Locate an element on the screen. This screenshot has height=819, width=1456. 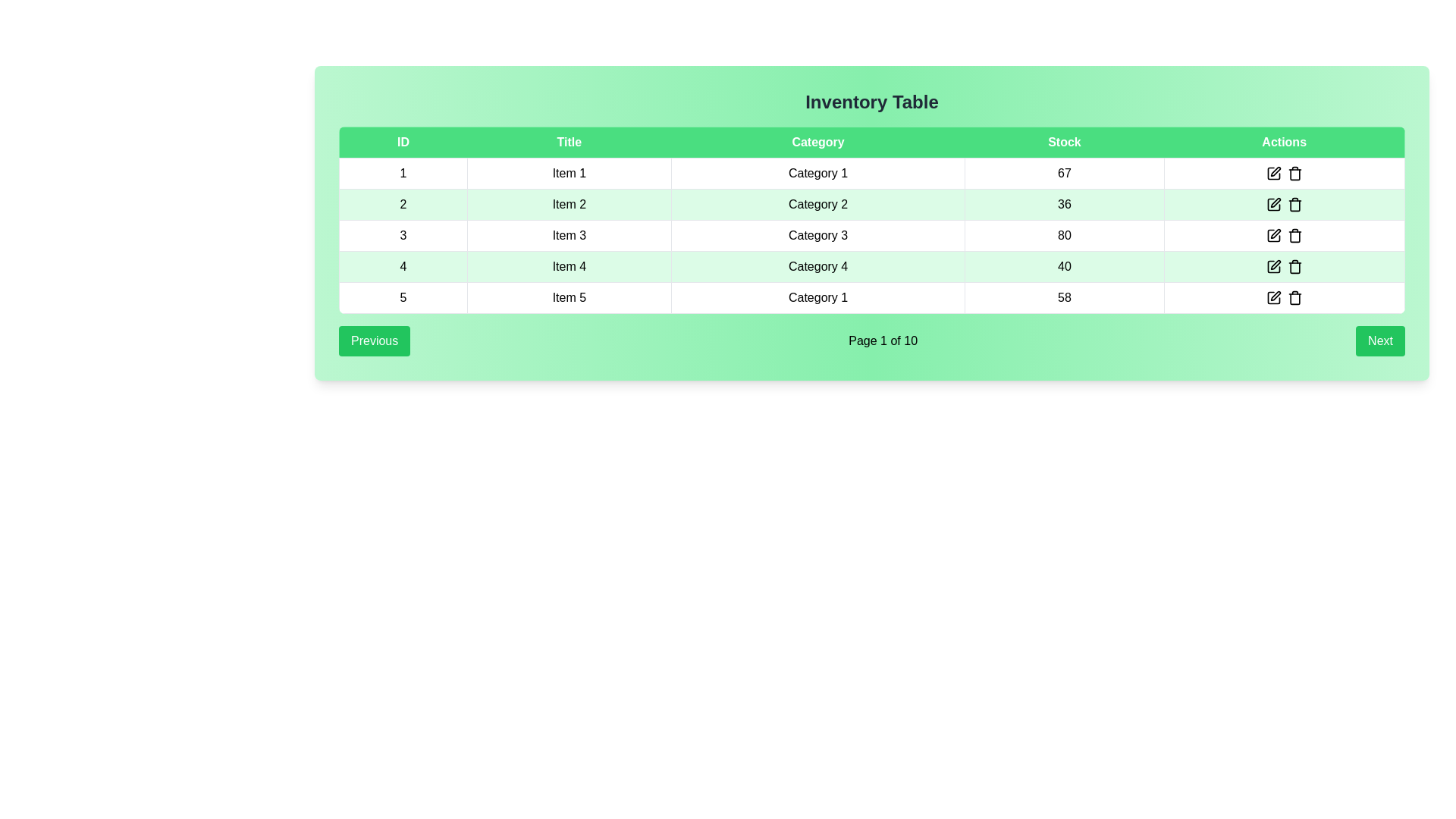
the trash bin icon button in the 'Actions' column is located at coordinates (1294, 236).